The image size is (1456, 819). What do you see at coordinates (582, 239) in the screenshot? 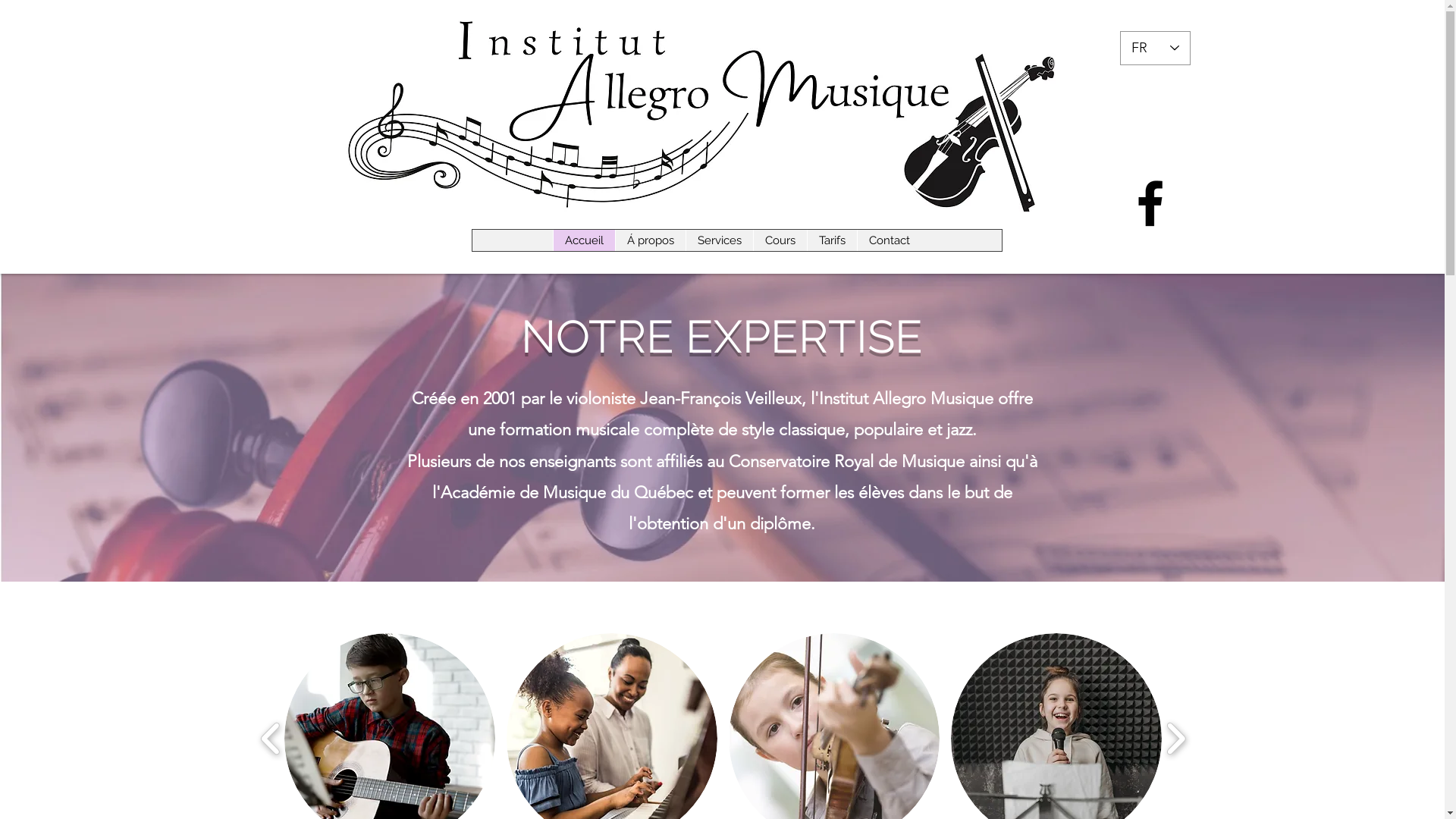
I see `'Accueil'` at bounding box center [582, 239].